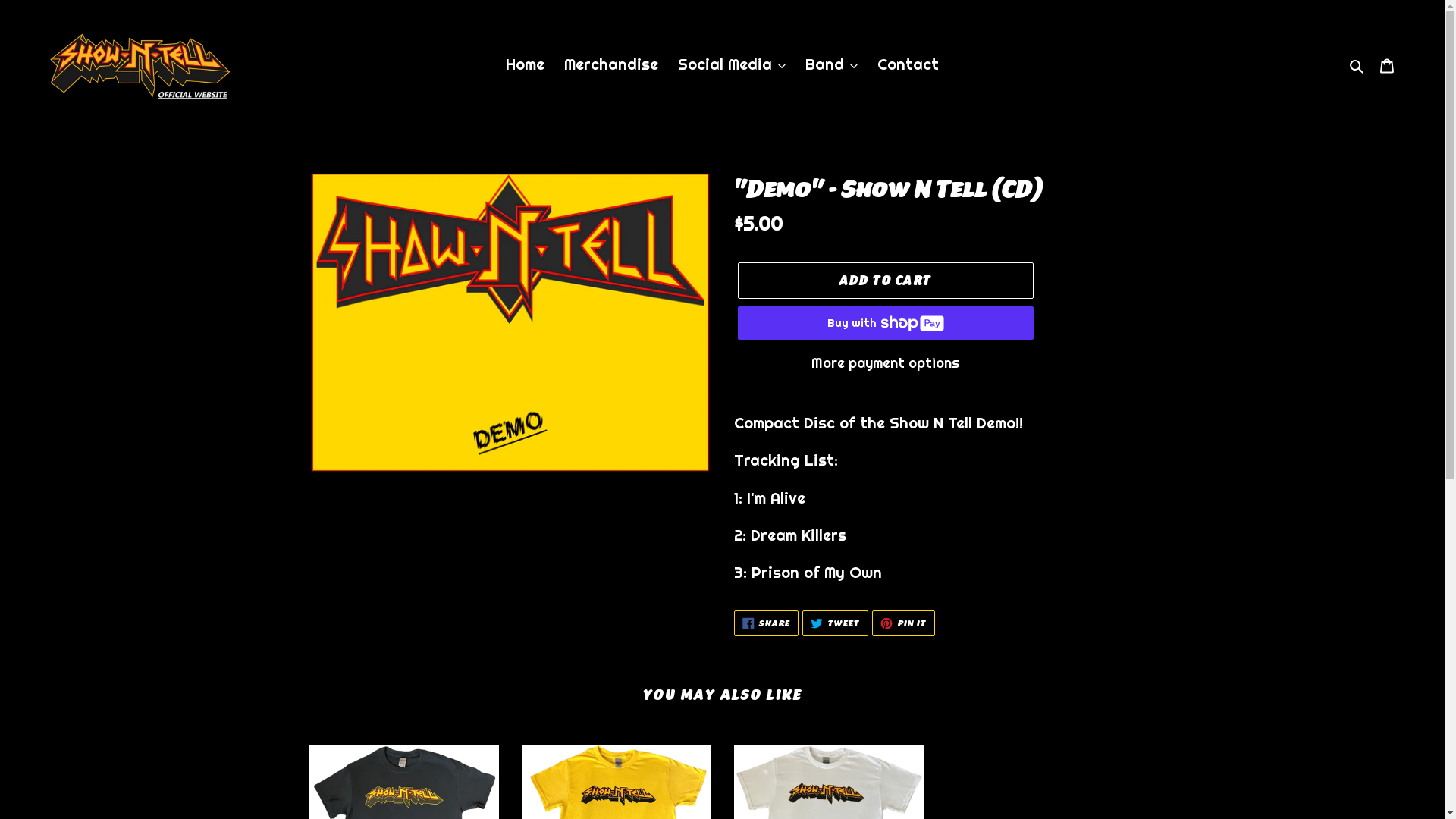 The image size is (1456, 819). Describe the element at coordinates (734, 623) in the screenshot. I see `'SHARE` at that location.